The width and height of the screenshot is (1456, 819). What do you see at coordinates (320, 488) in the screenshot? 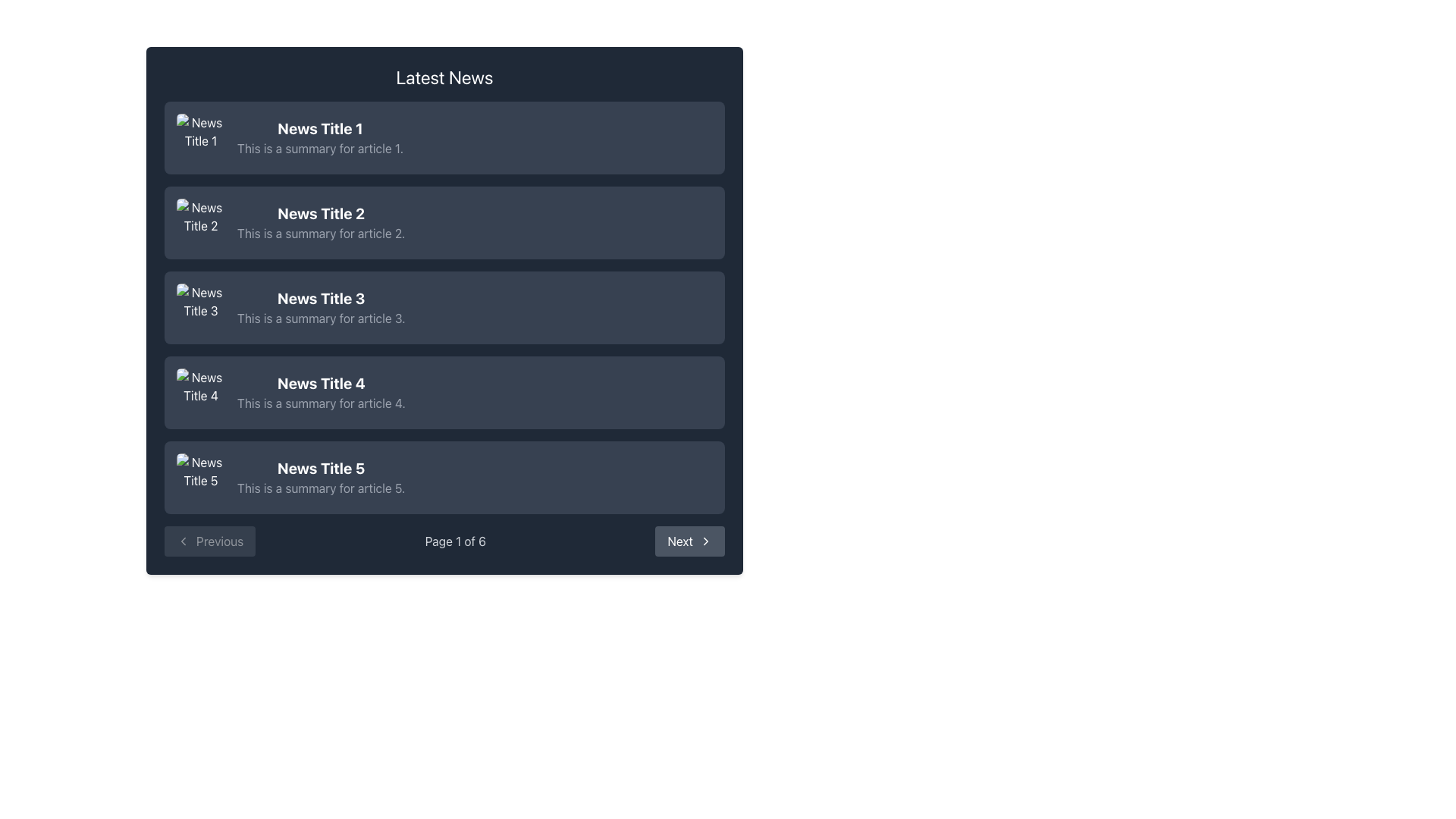
I see `the text label containing the phrase 'This is a summary for article 5.' located below 'News Title 5'` at bounding box center [320, 488].